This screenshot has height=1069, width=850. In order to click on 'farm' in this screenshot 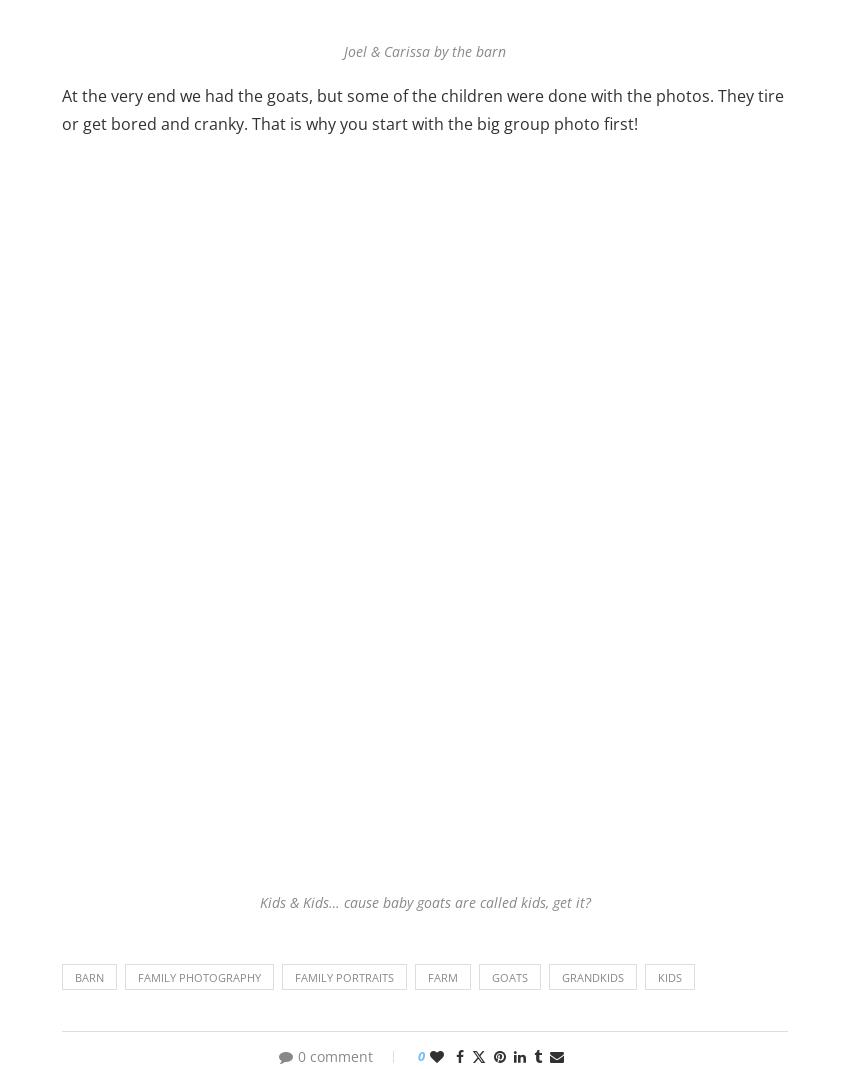, I will do `click(442, 976)`.